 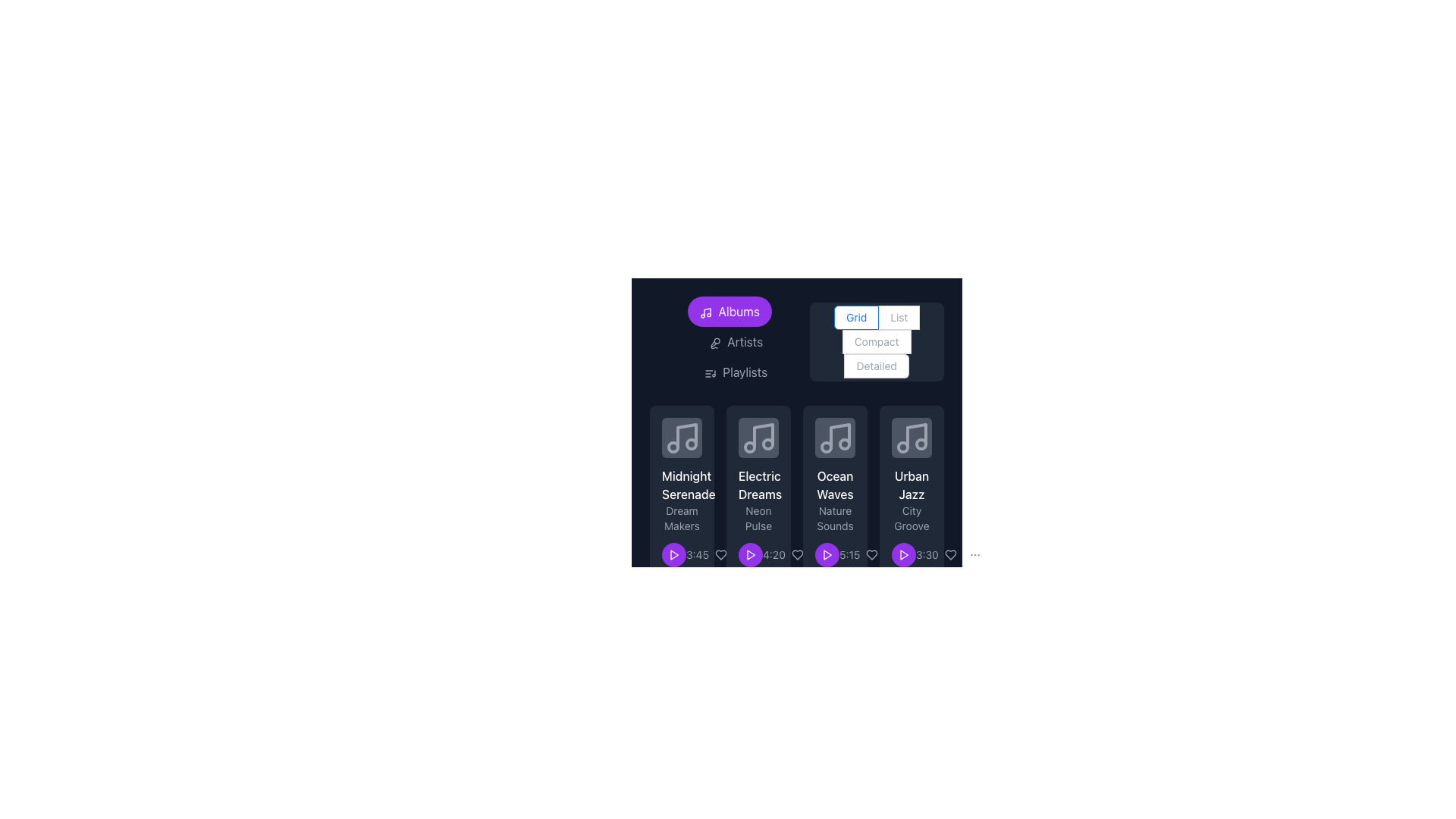 I want to click on the ellipsis icon represented by three small gray dots within a circular button located at the bottom right corner of the 'Urban Jazz' album card, so click(x=896, y=555).